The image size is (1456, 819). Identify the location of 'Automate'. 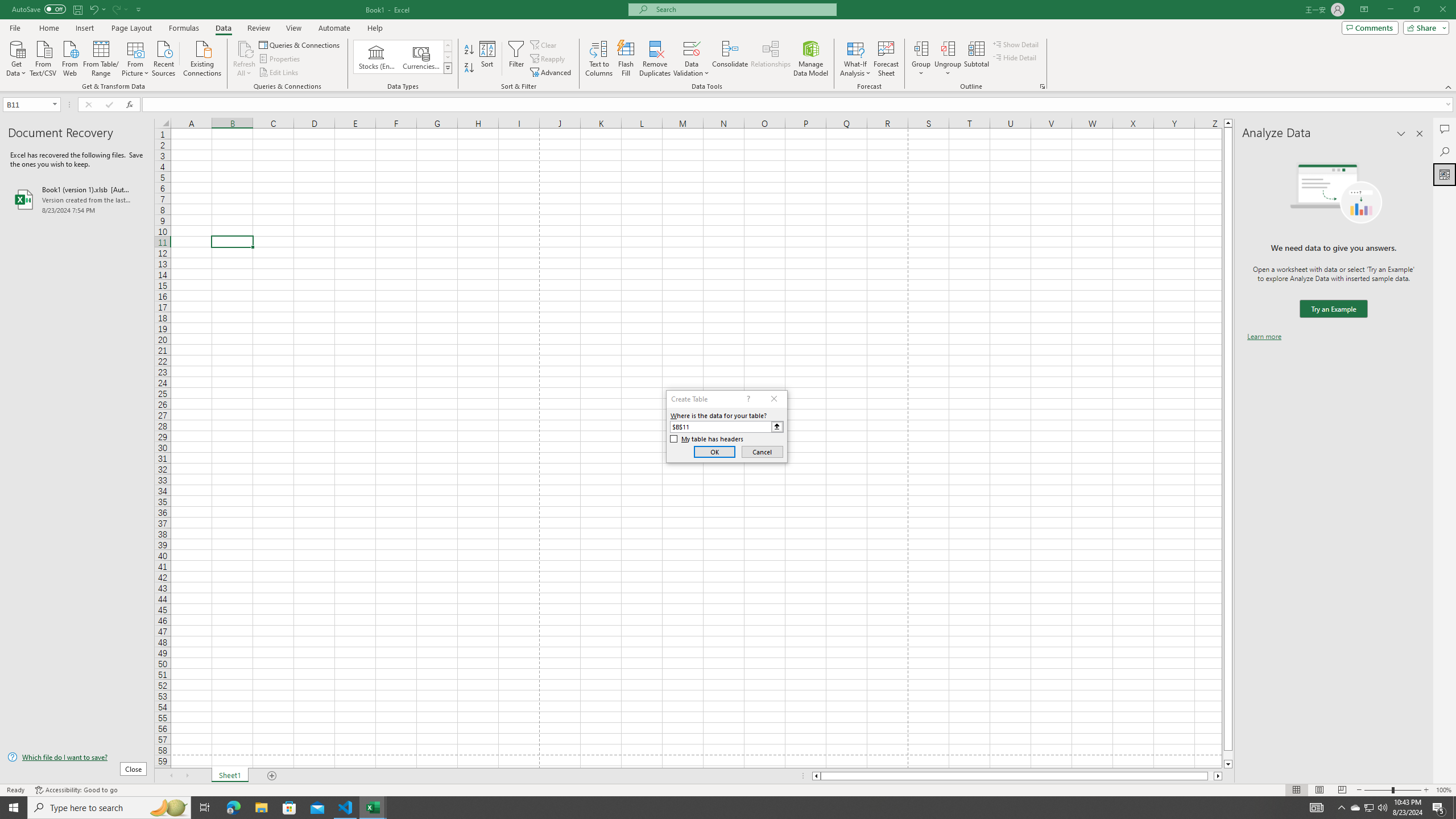
(334, 28).